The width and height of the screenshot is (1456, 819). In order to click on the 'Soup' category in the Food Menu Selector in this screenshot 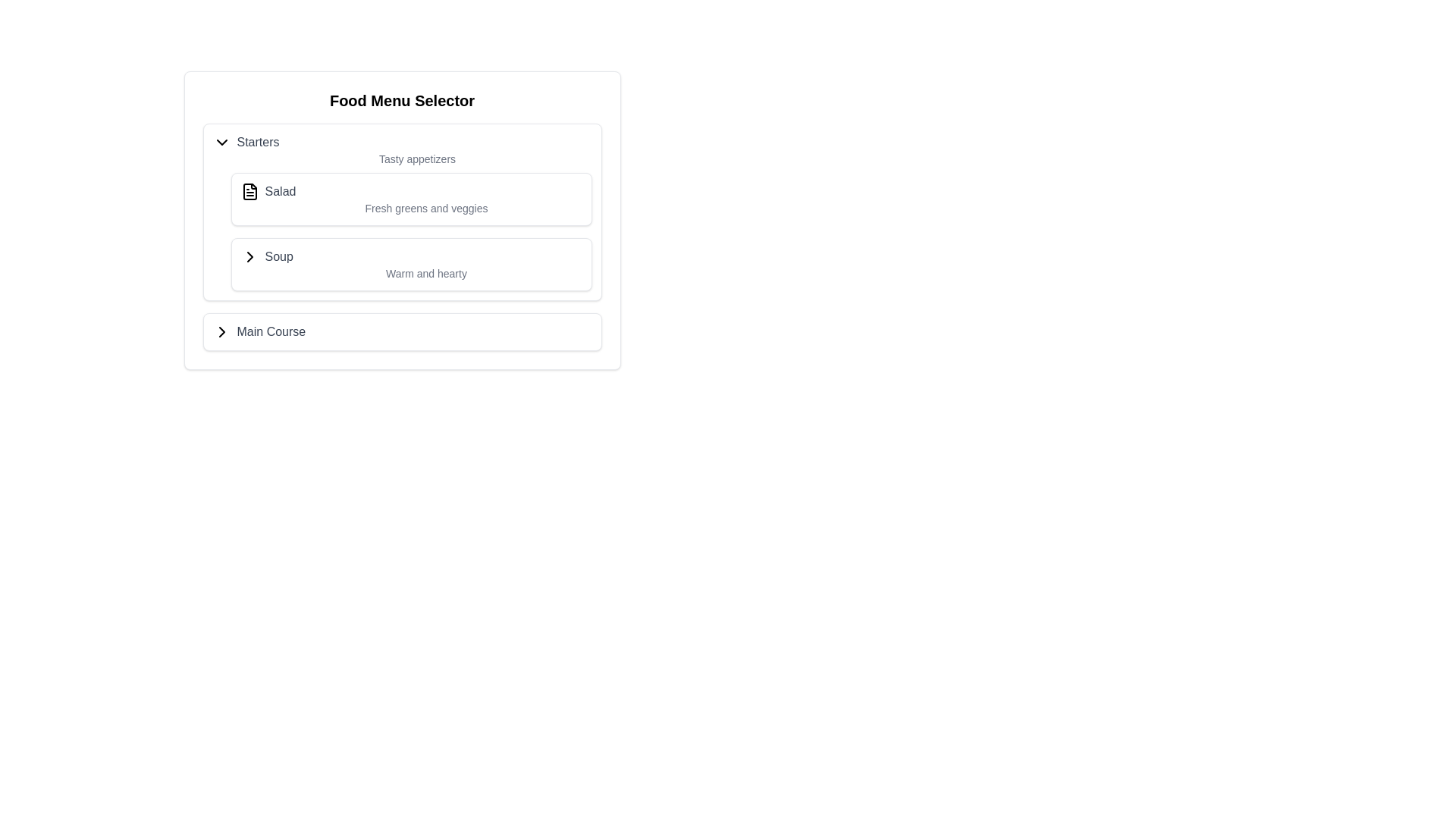, I will do `click(402, 237)`.